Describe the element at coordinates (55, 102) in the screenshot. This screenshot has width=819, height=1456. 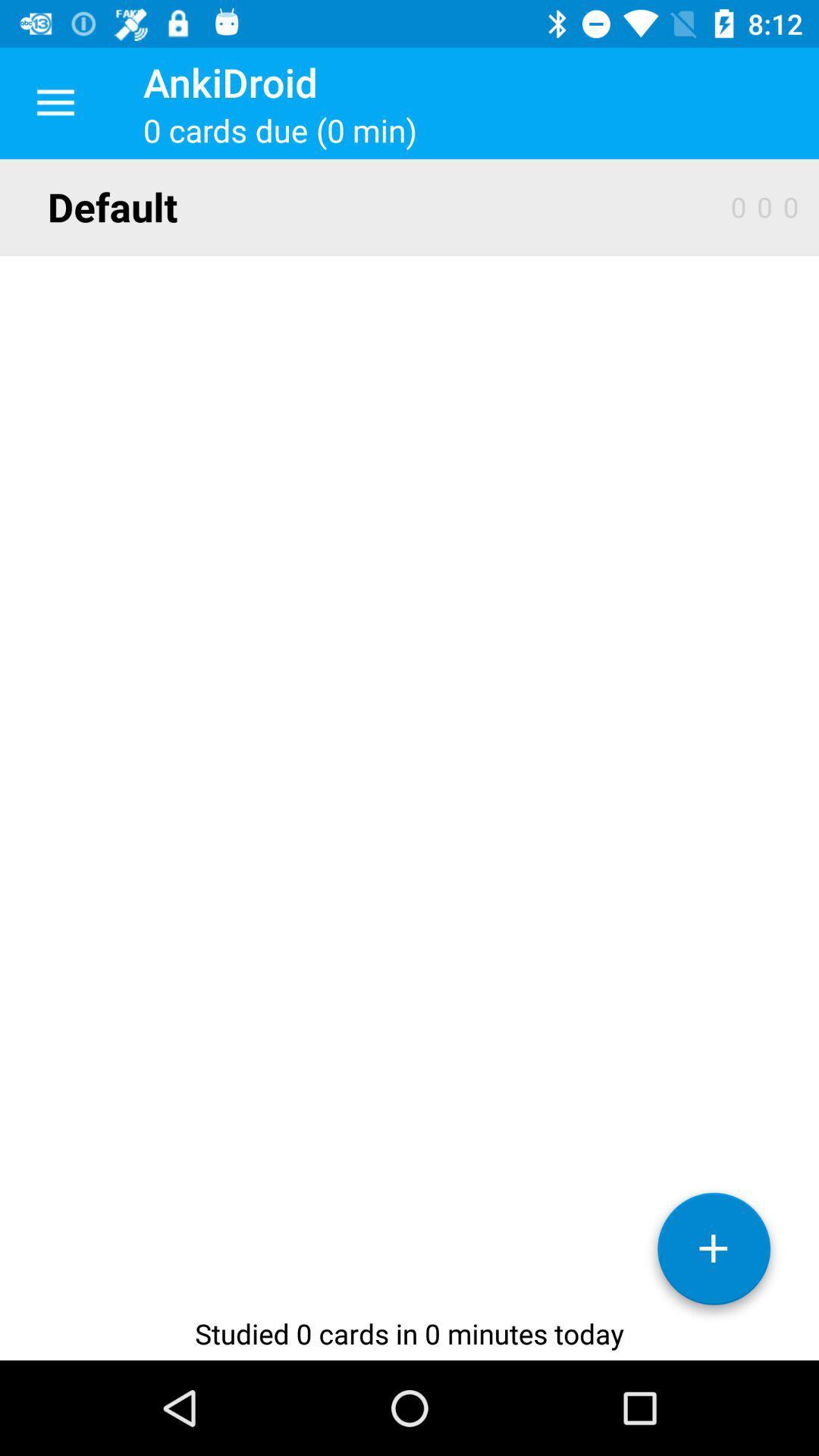
I see `app next to the ankidroid app` at that location.